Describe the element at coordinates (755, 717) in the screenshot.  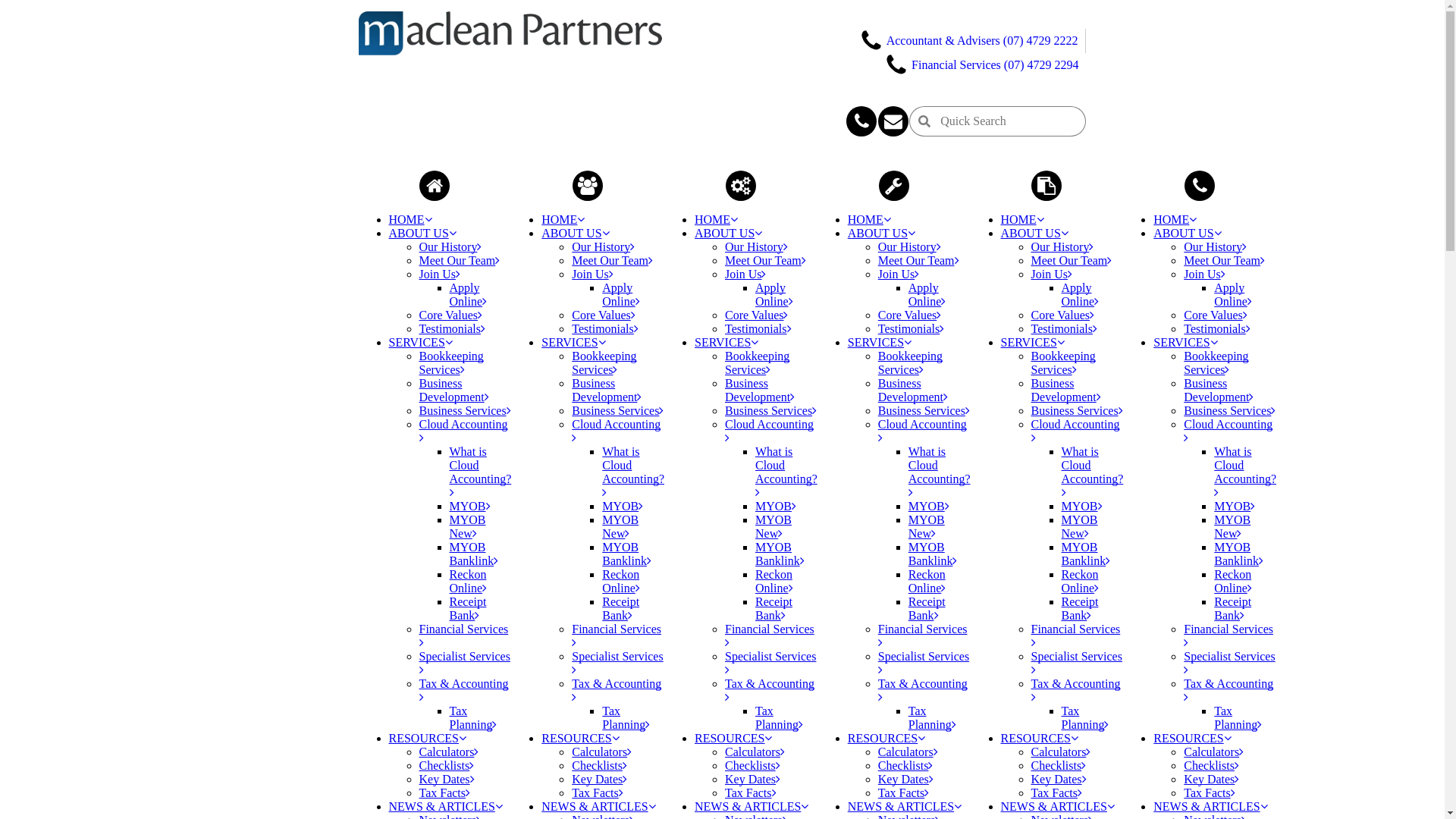
I see `'Tax Planning'` at that location.